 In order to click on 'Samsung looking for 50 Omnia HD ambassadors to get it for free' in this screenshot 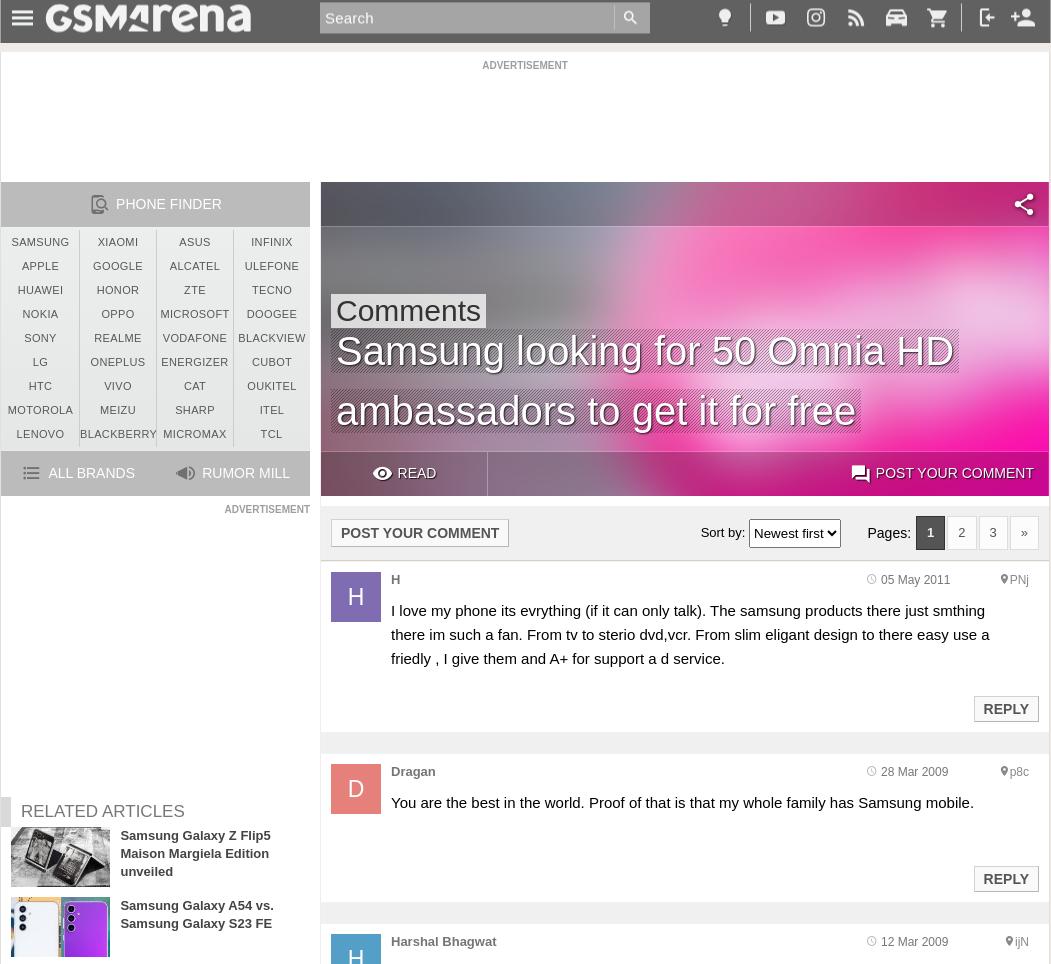, I will do `click(643, 380)`.